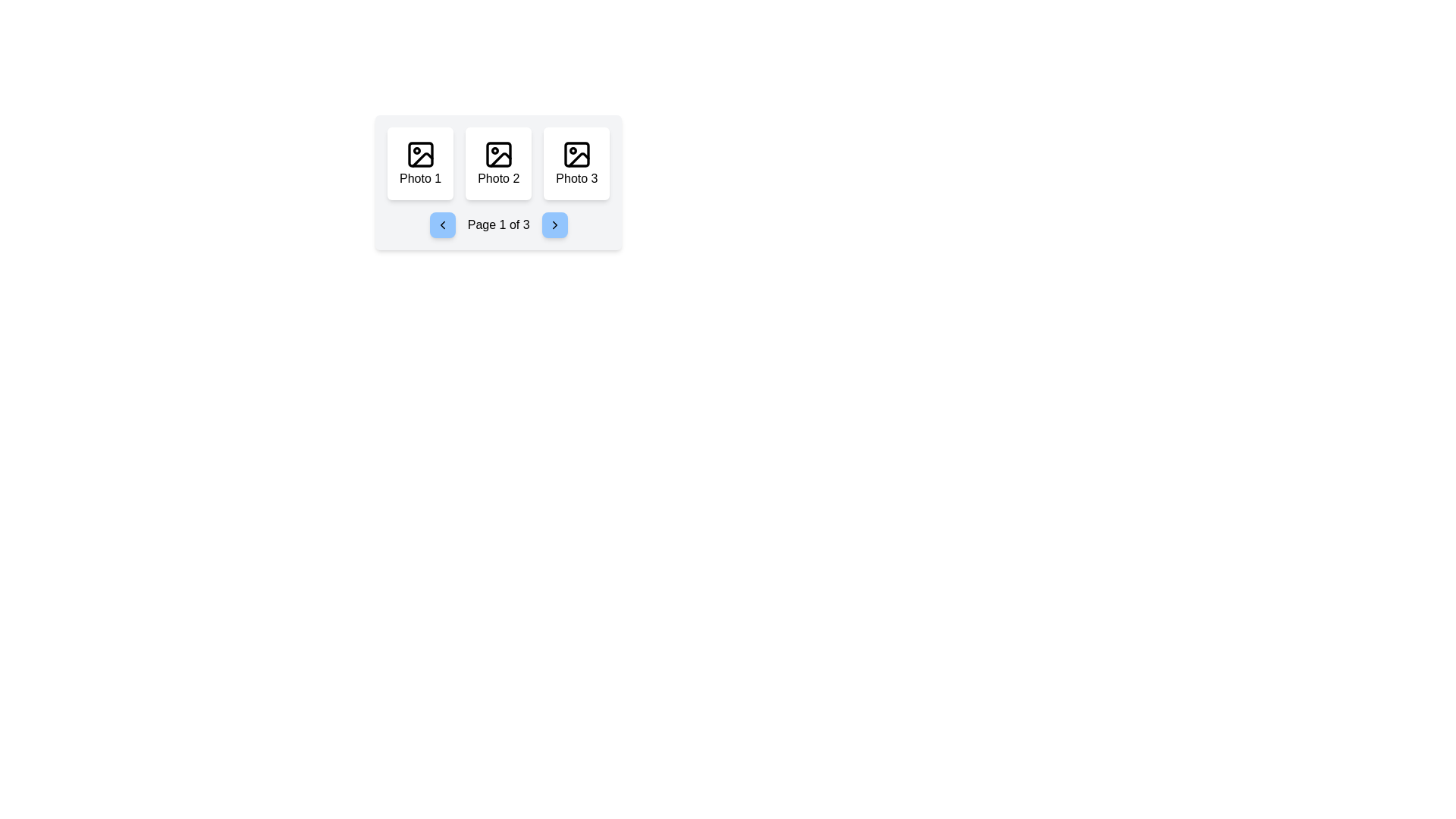 Image resolution: width=1456 pixels, height=819 pixels. I want to click on the blue button with rounded corners and a right-pointing arrow icon, so click(554, 225).